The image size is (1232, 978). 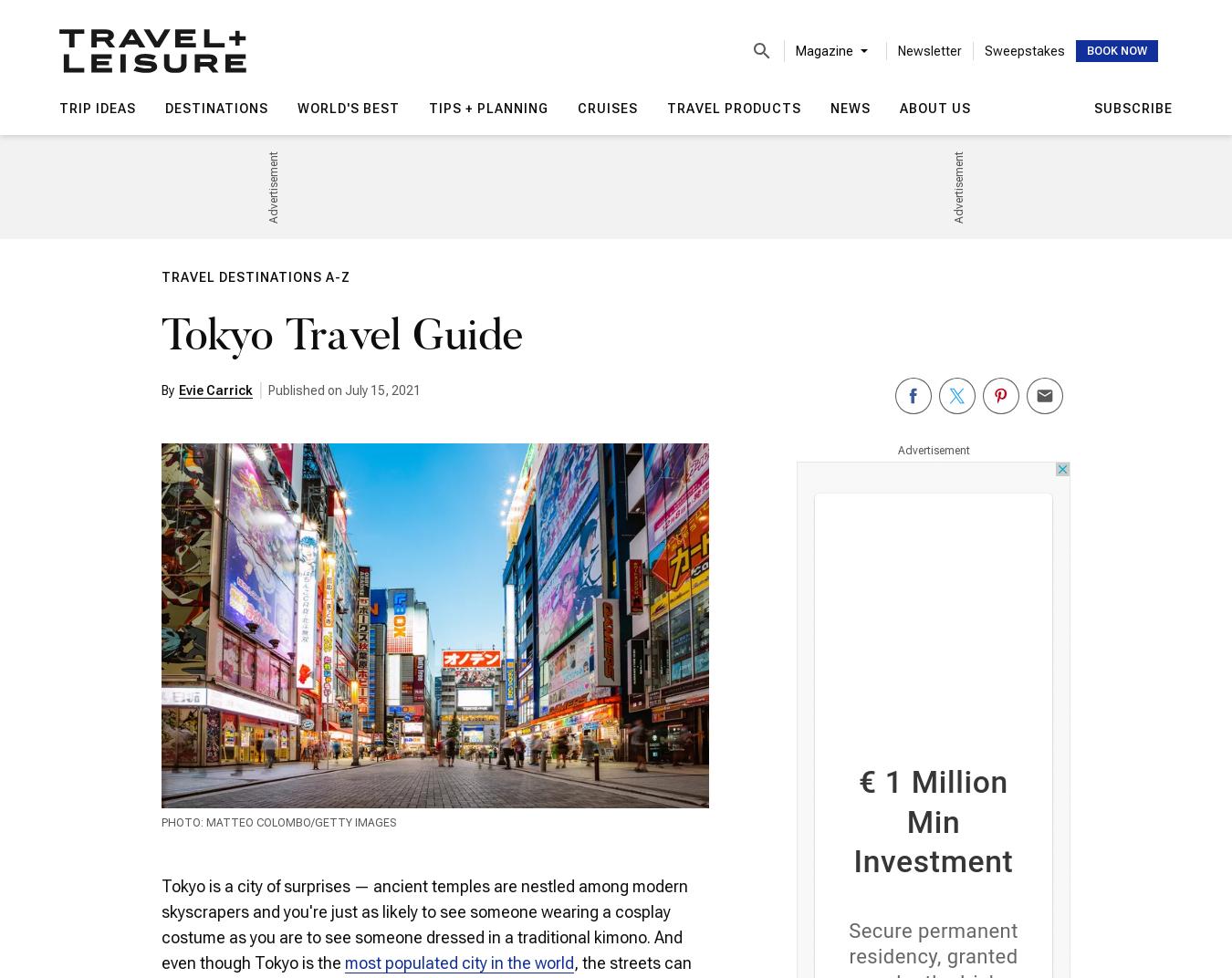 I want to click on 'Travel Products', so click(x=734, y=108).